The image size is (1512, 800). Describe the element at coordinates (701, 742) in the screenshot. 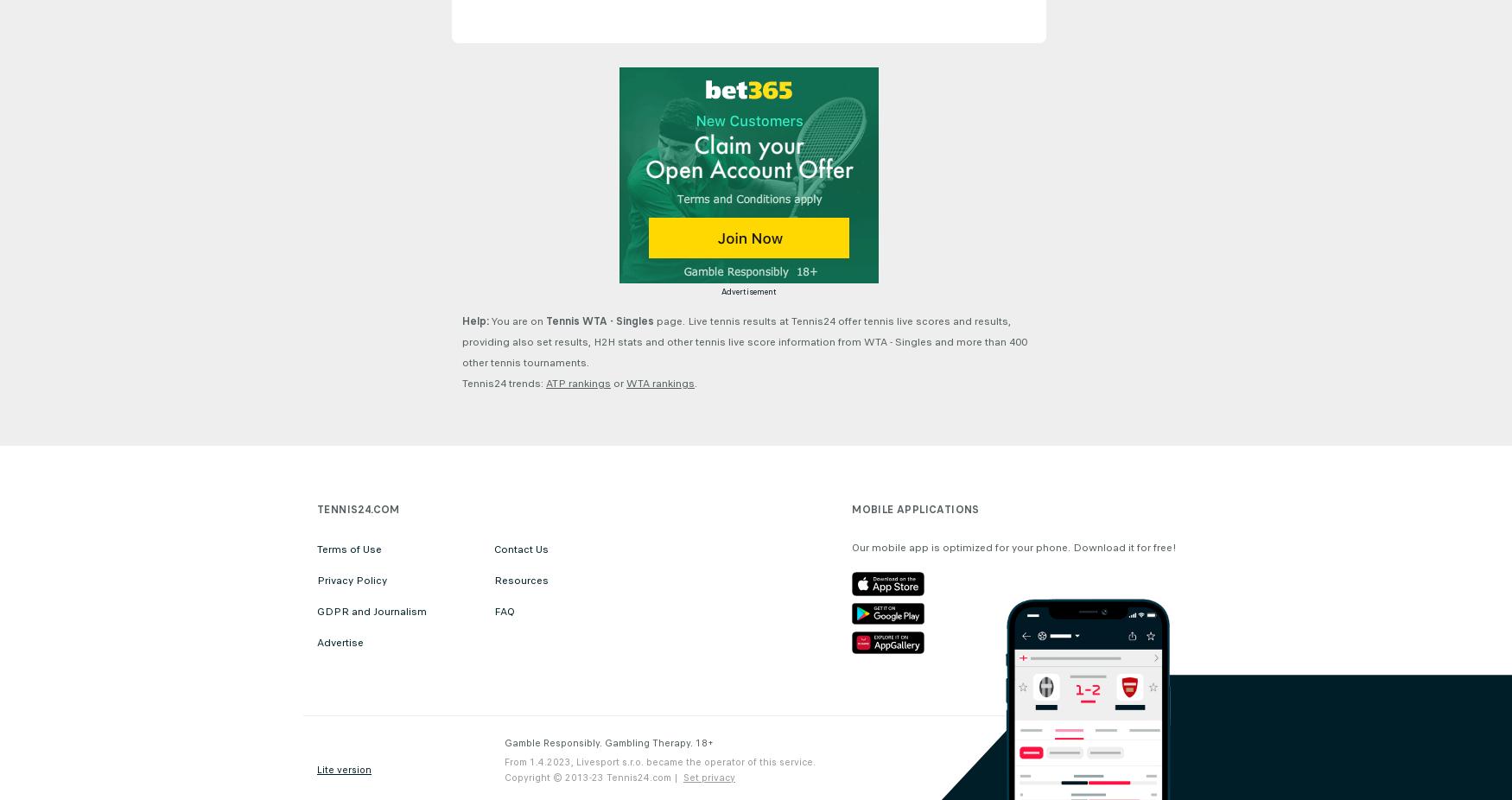

I see `'. 18+'` at that location.